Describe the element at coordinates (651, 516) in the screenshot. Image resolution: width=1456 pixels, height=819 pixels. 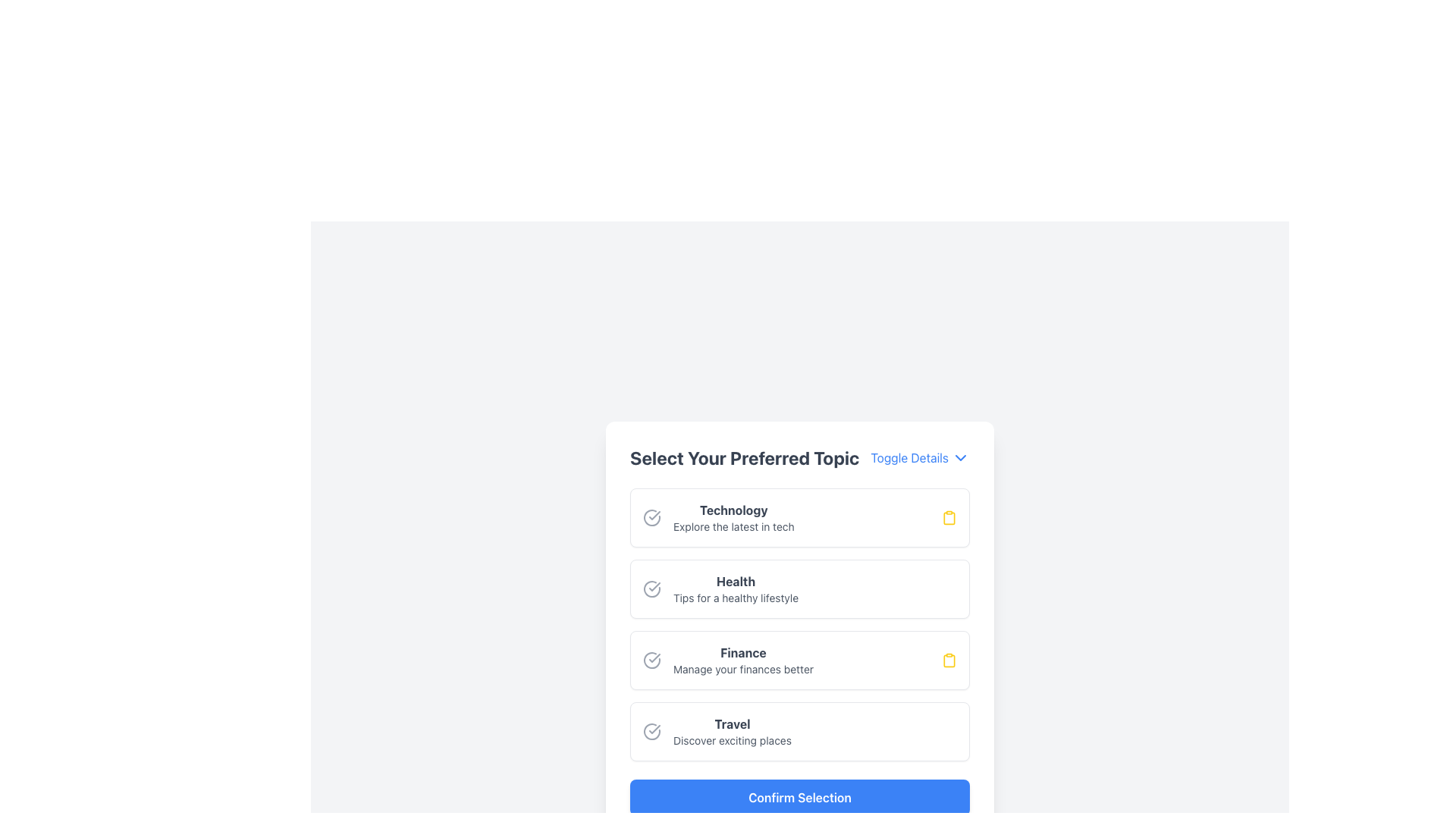
I see `the Selection Indicator (Checkmark Icon) located to the left of the text 'Technology' to change its selection status` at that location.